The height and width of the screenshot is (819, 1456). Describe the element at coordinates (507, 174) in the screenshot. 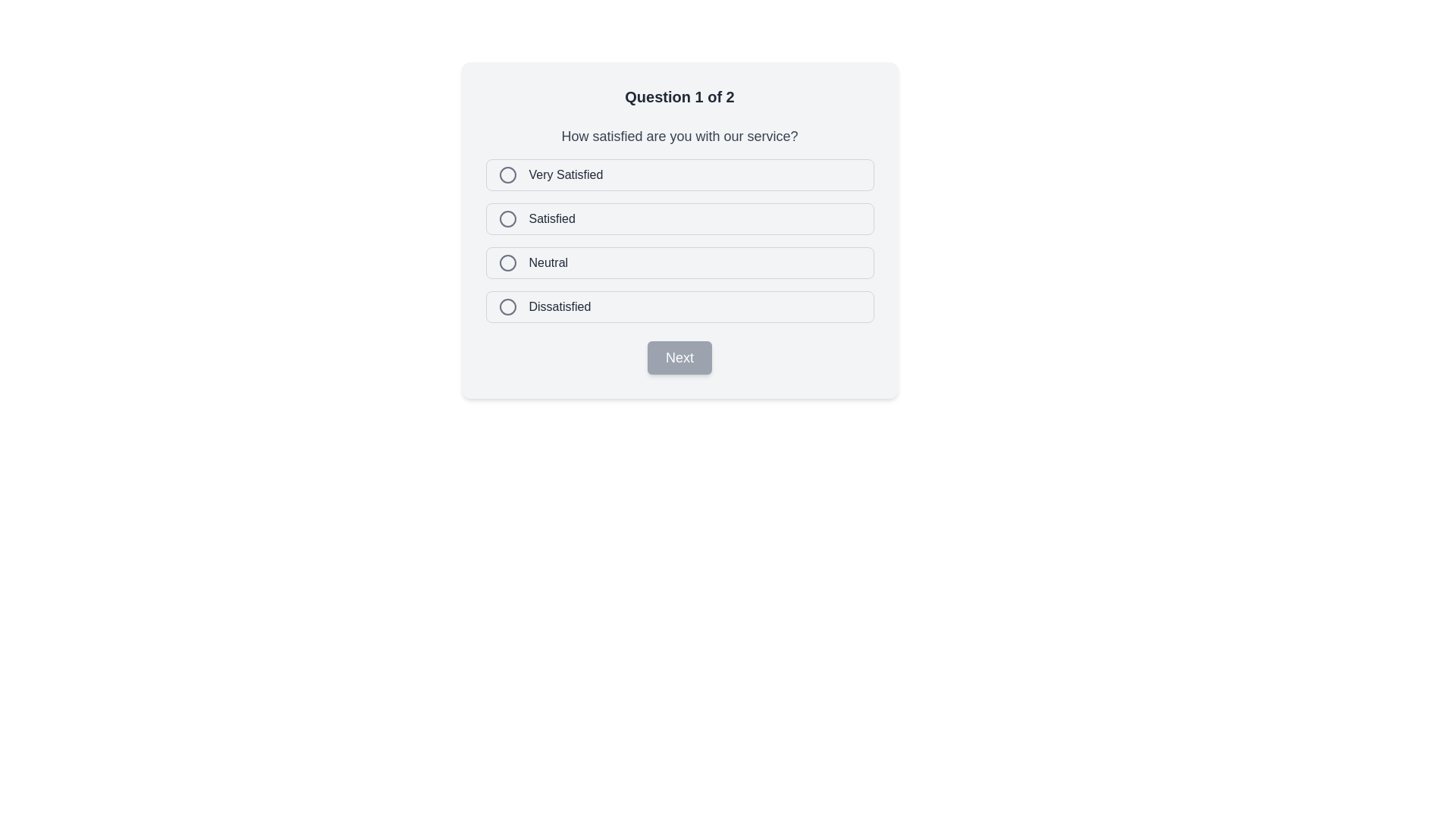

I see `the circular gray icon with a thin border located to the left of the 'Very Satisfied' option` at that location.